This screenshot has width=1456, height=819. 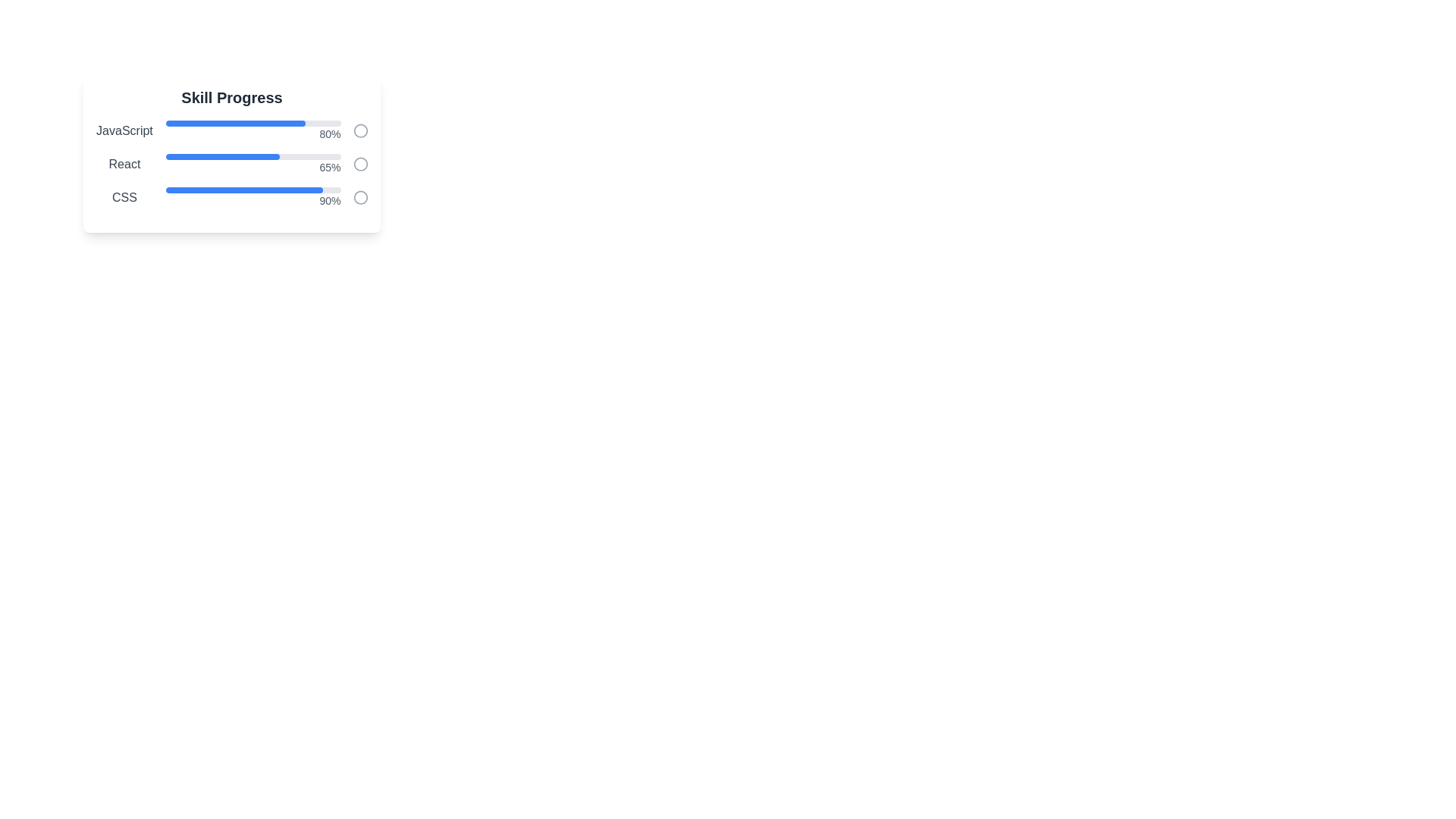 I want to click on the third progress bar in the vertical list of skill progress indicators, located under the 'CSS' label, which shows a 90% completion, so click(x=253, y=189).